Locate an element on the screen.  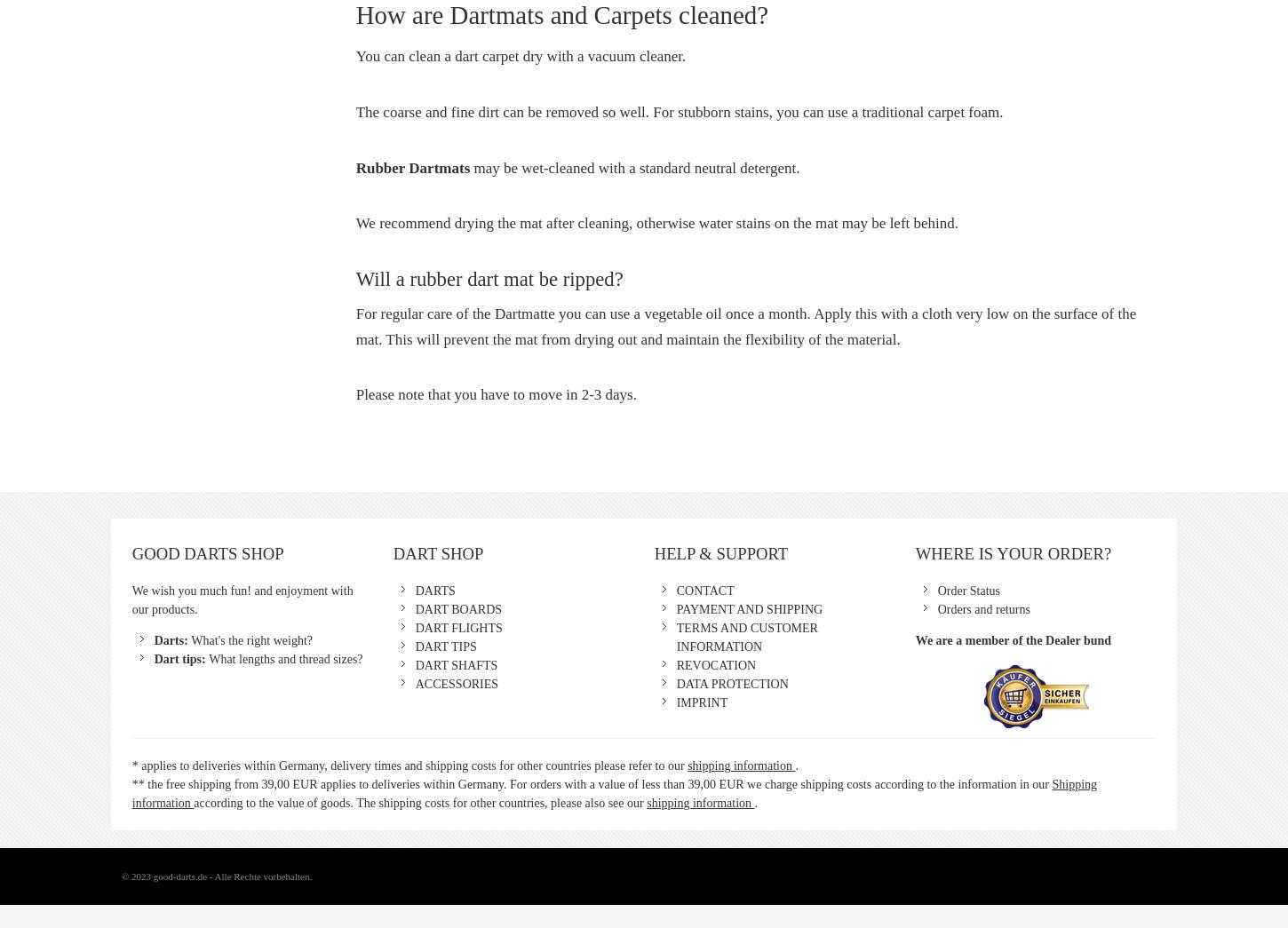
'CONTACT' is located at coordinates (704, 591).